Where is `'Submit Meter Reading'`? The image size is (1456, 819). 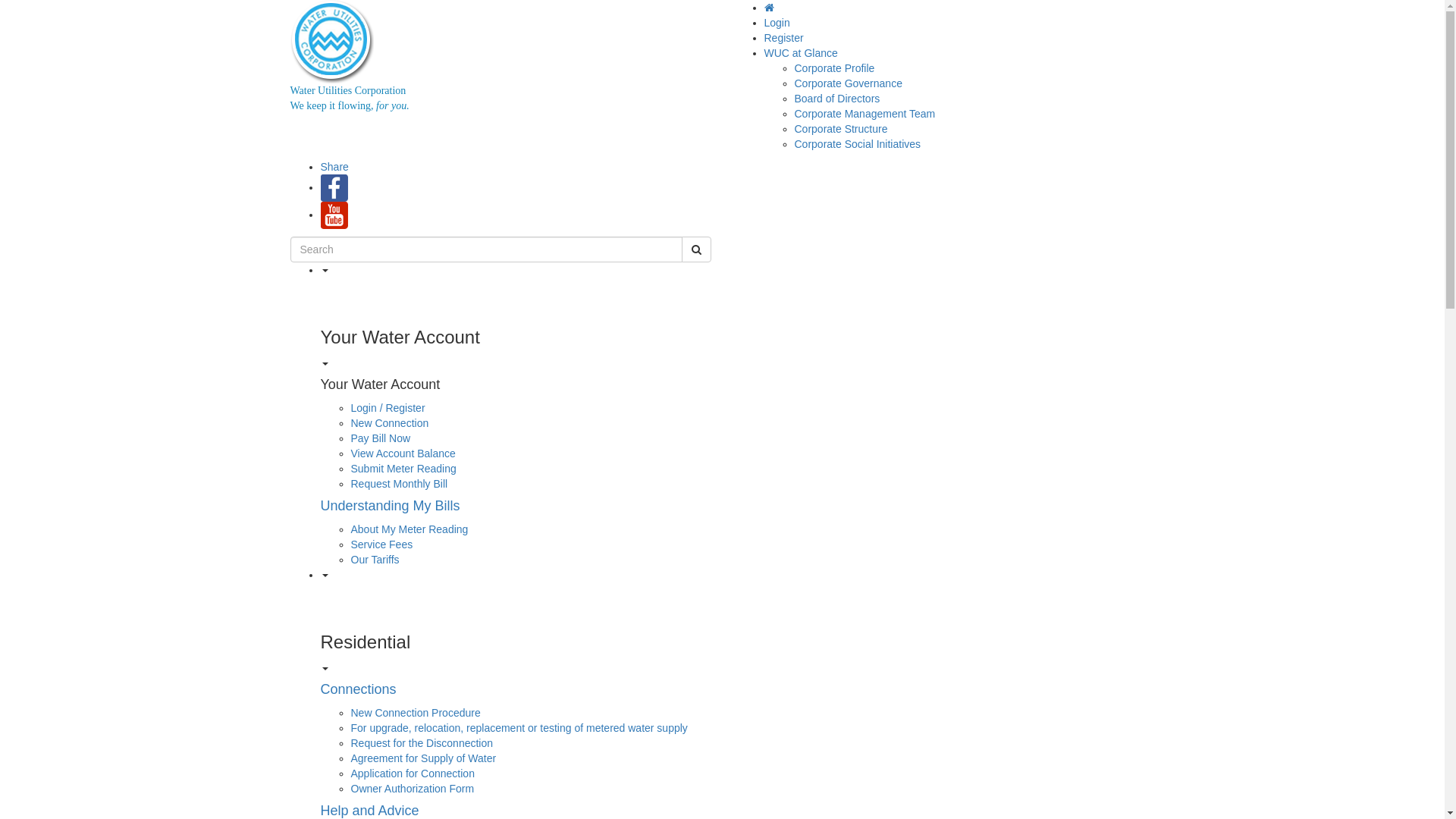
'Submit Meter Reading' is located at coordinates (403, 467).